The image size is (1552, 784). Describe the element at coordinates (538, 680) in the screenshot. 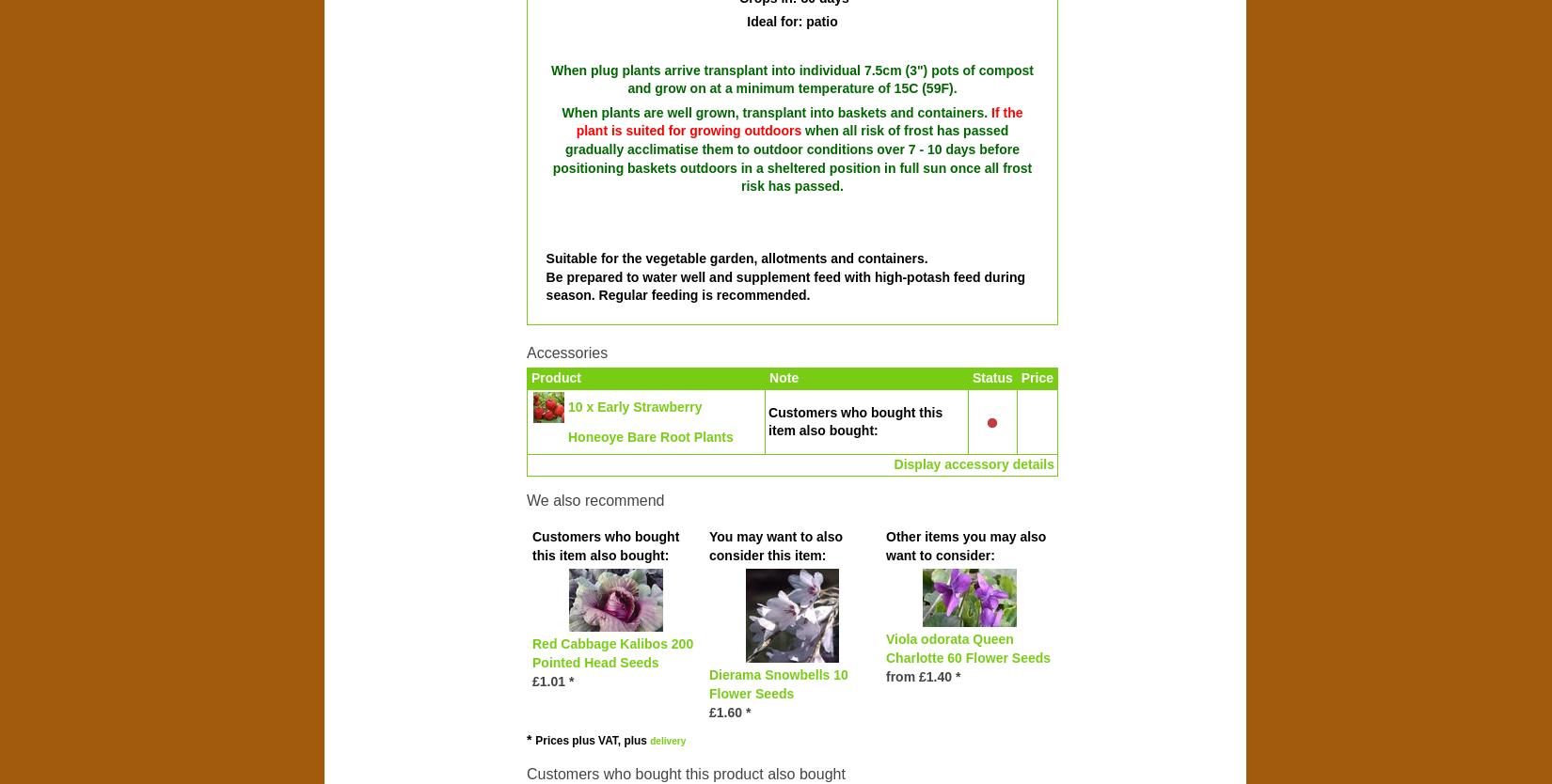

I see `'1.01'` at that location.